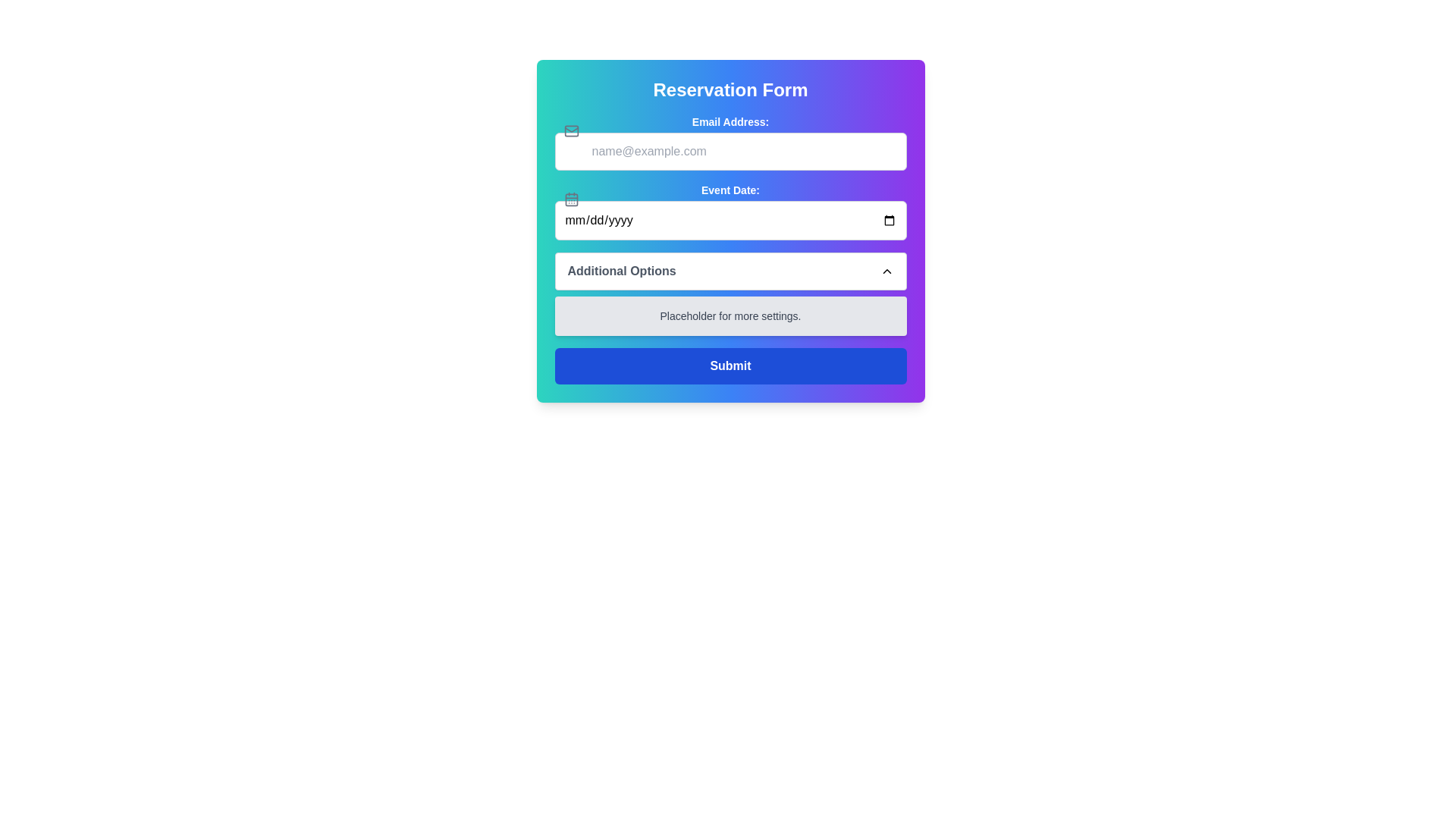 This screenshot has height=819, width=1456. I want to click on the static text placeholder displaying 'Placeholder for more settings.' which is styled in light gray and positioned between 'Additional Options' and 'Submit' button, so click(730, 315).